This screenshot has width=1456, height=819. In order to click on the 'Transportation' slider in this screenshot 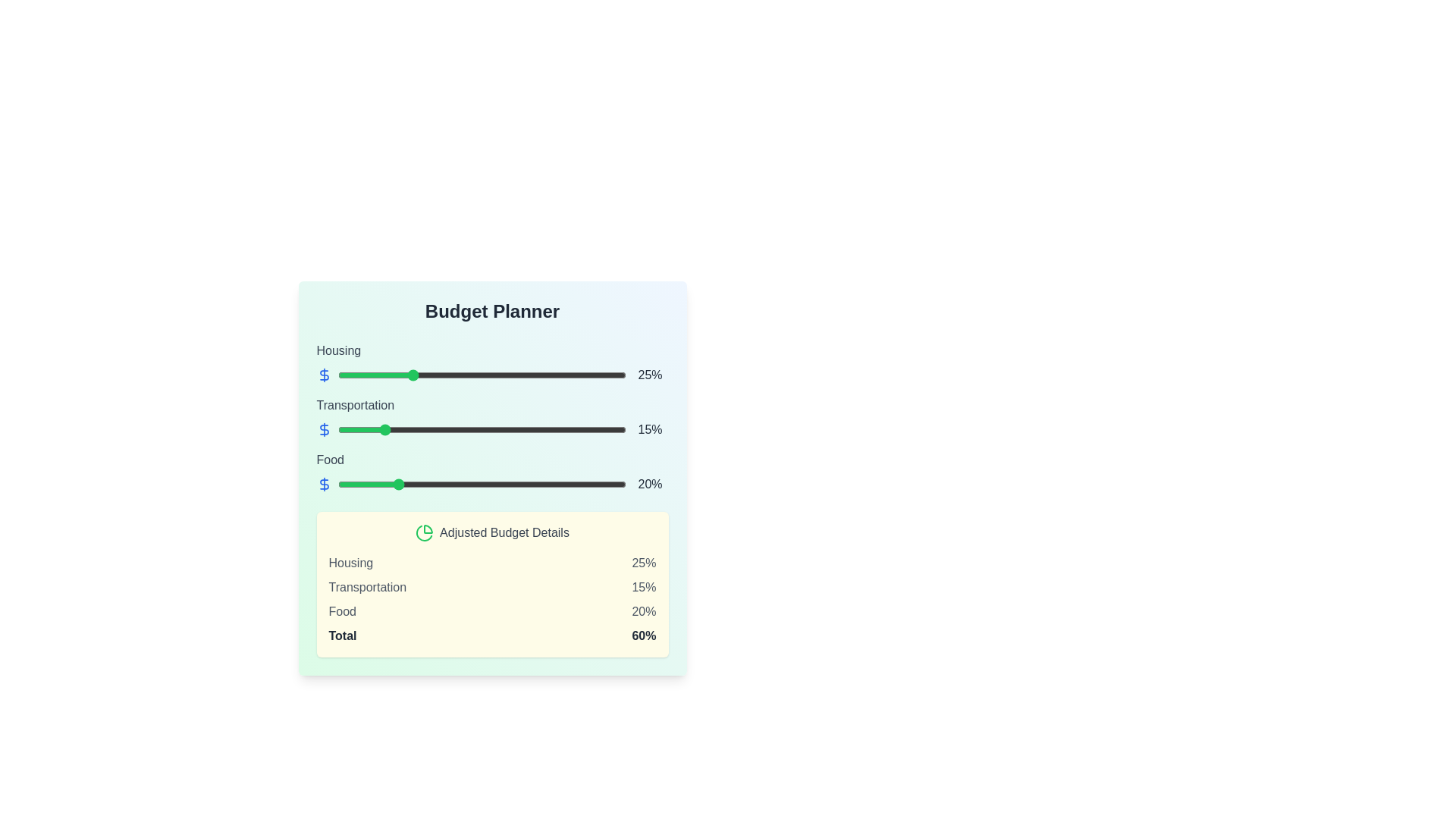, I will do `click(455, 430)`.